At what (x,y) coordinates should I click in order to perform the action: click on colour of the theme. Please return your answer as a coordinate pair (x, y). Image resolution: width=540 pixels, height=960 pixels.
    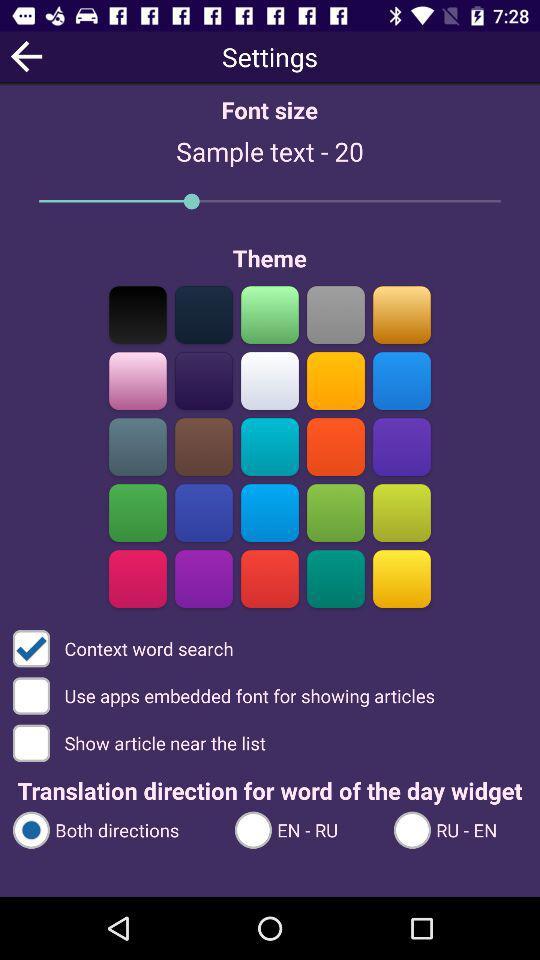
    Looking at the image, I should click on (270, 380).